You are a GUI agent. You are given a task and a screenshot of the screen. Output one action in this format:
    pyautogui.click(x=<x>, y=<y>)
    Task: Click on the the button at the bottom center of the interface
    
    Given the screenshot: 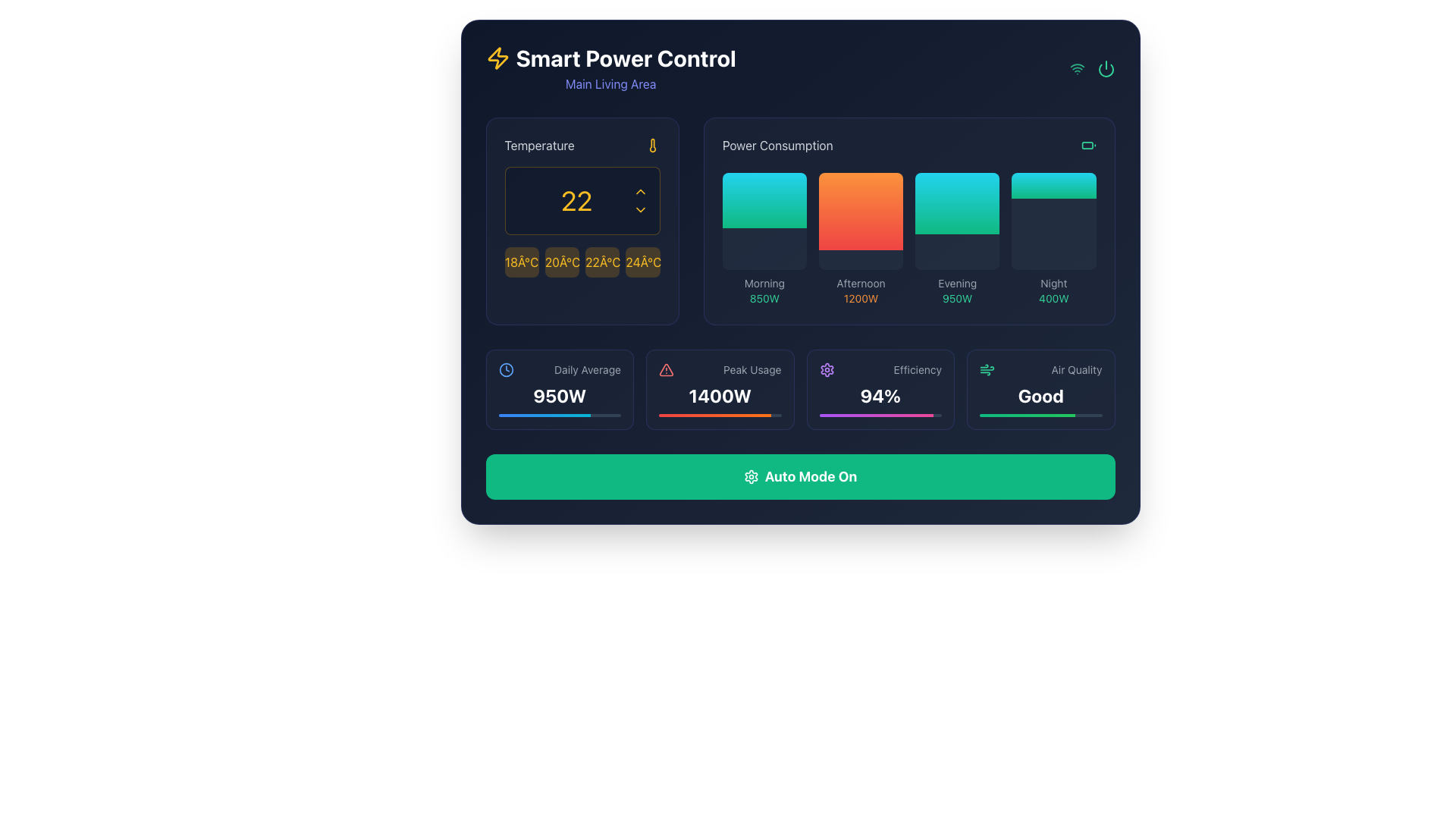 What is the action you would take?
    pyautogui.click(x=799, y=475)
    